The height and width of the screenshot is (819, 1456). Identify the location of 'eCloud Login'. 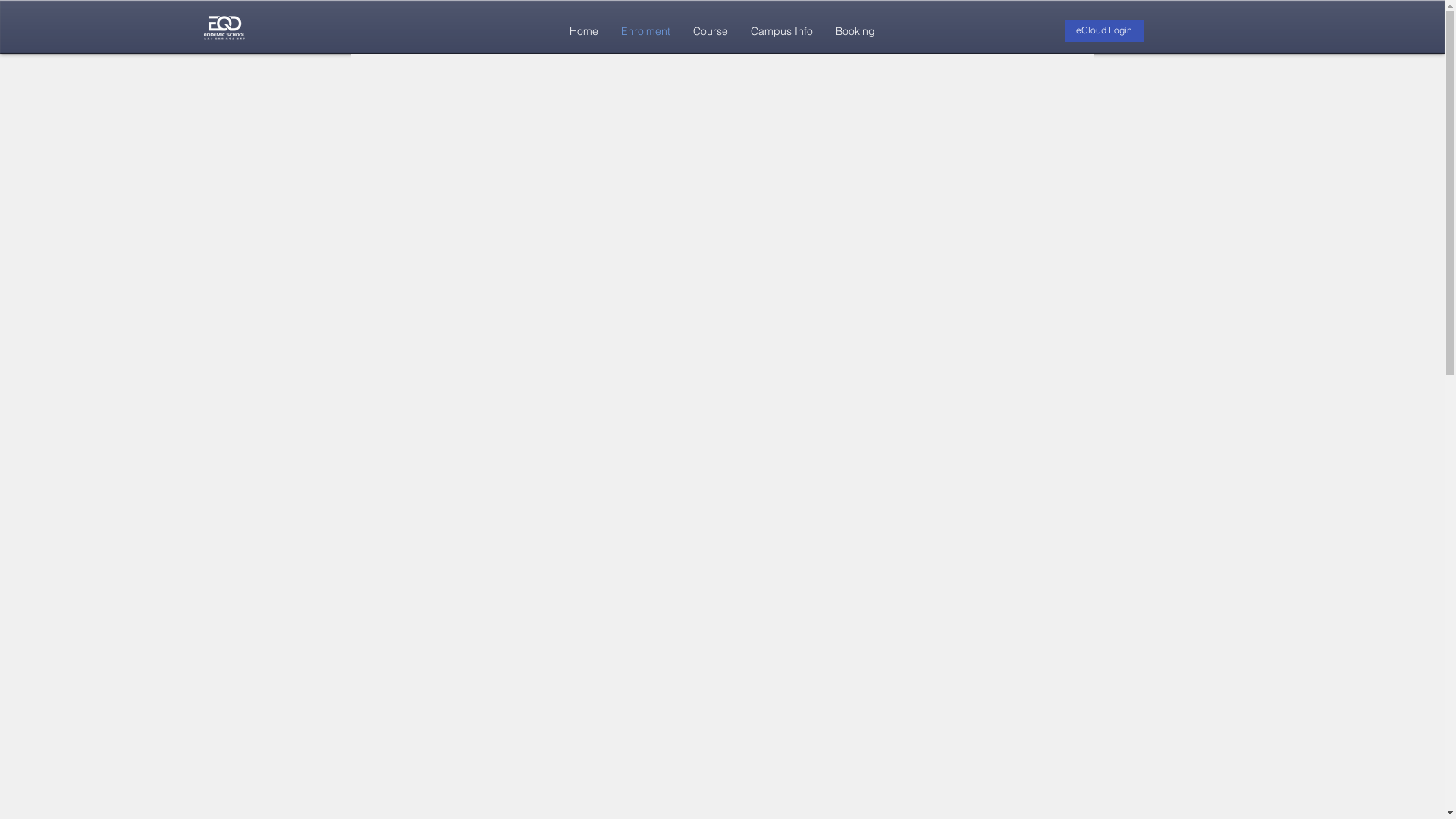
(1103, 30).